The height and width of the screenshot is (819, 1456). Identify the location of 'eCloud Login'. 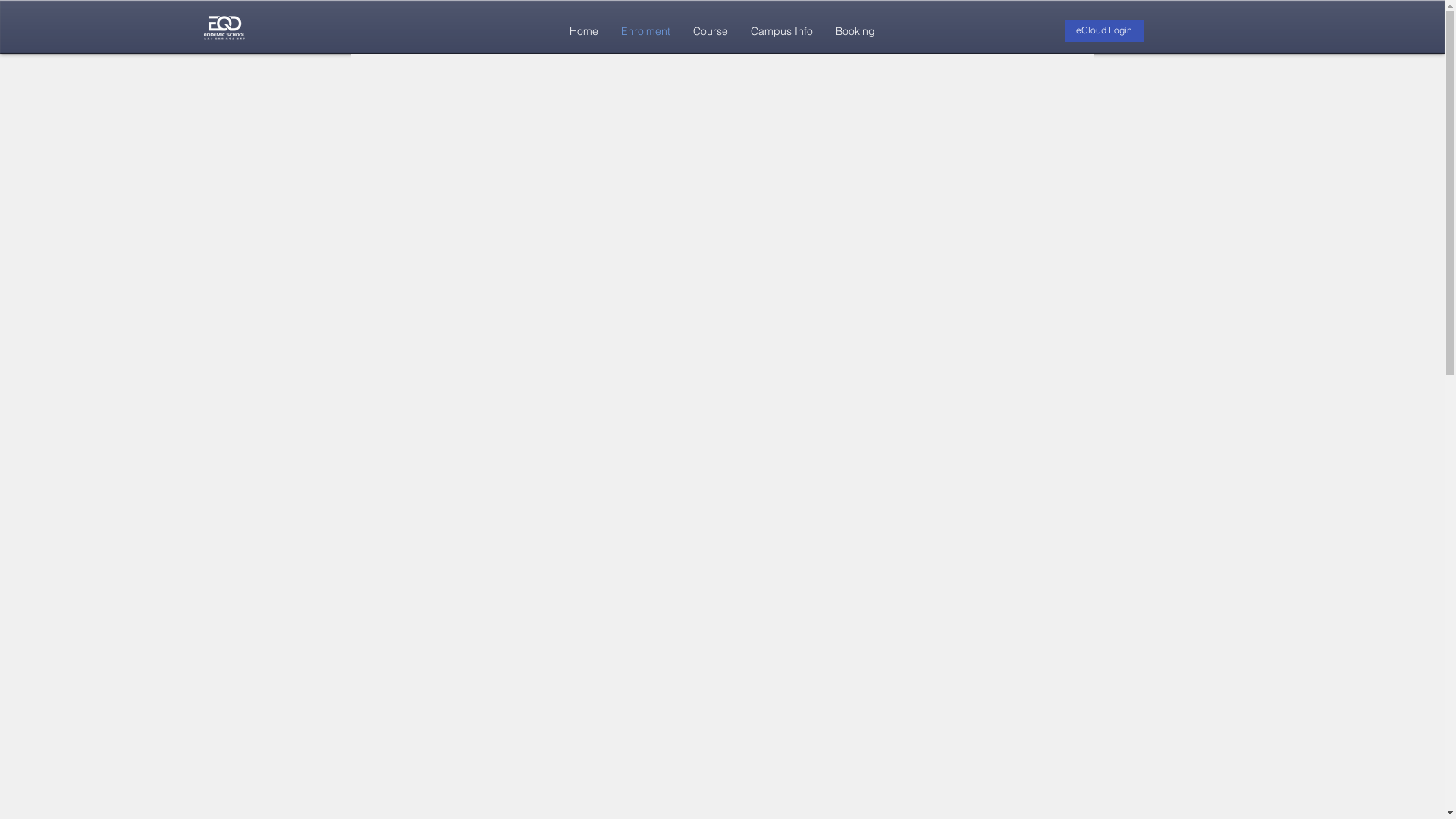
(1103, 30).